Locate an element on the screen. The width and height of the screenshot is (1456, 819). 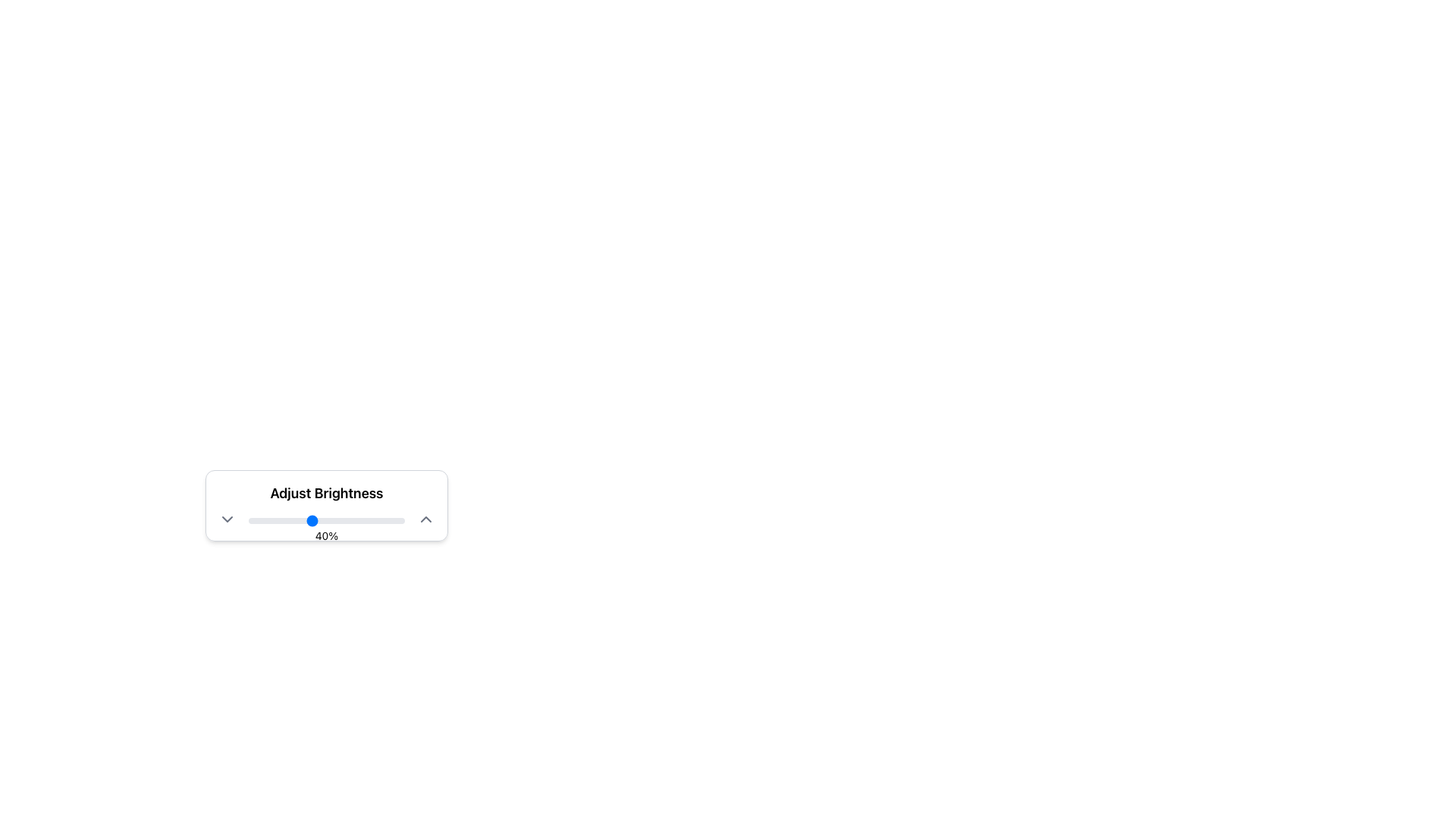
the brightness is located at coordinates (321, 519).